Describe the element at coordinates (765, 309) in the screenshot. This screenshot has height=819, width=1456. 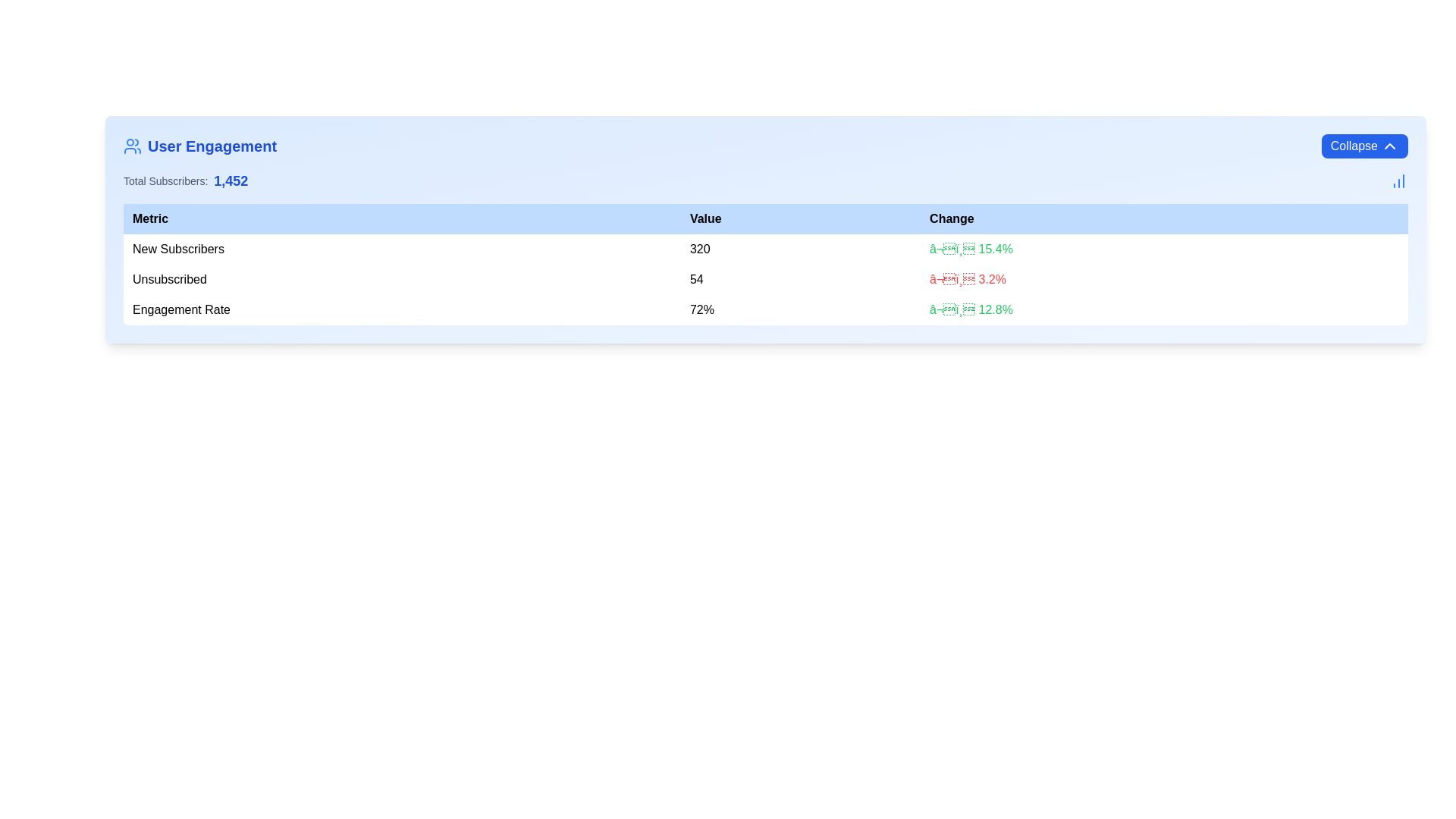
I see `the Information Display element that shows the engagement rate statistic, located in the third row of a table under the columns 'Metric', 'Value', and 'Change'` at that location.